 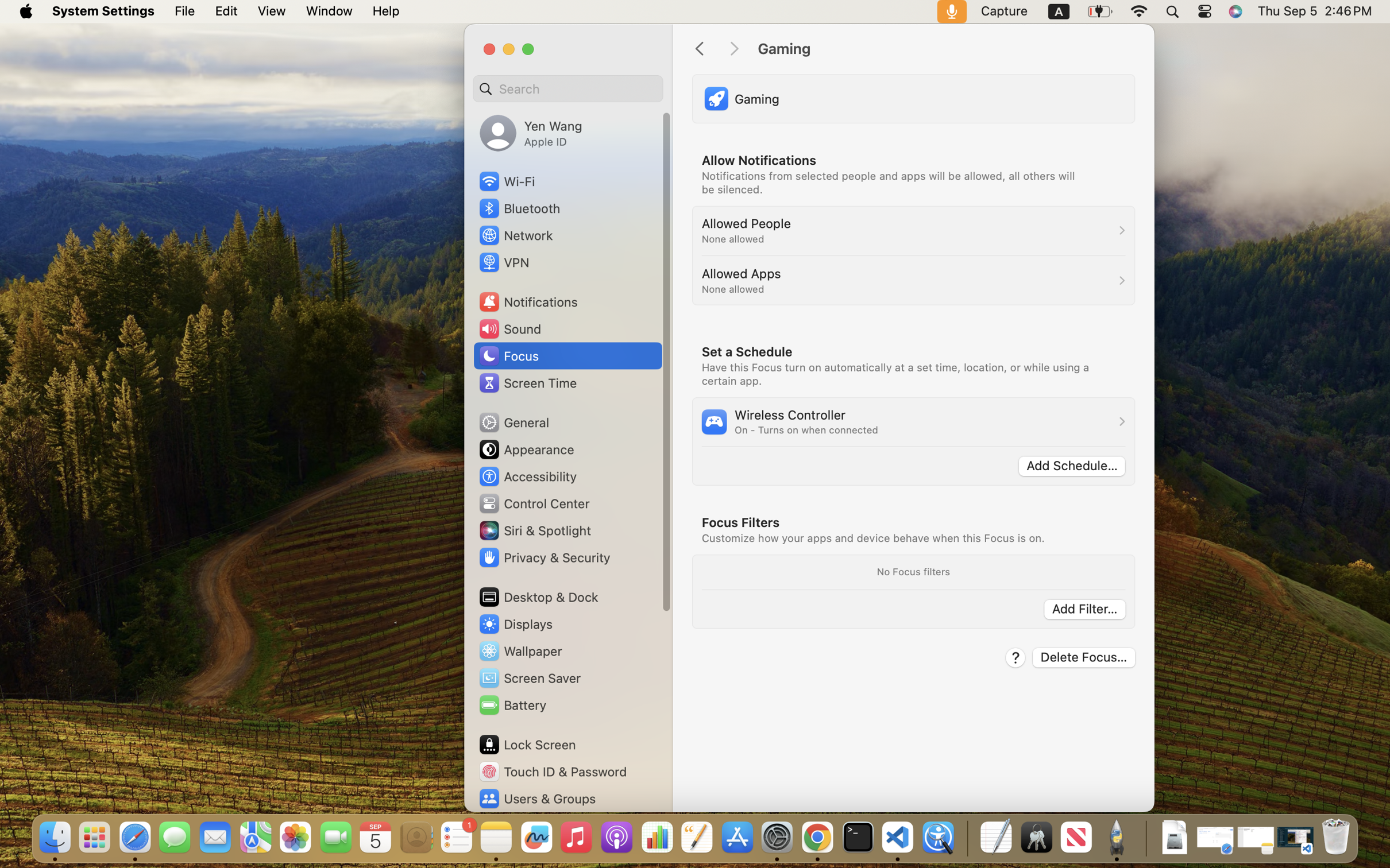 What do you see at coordinates (534, 503) in the screenshot?
I see `'Control Center'` at bounding box center [534, 503].